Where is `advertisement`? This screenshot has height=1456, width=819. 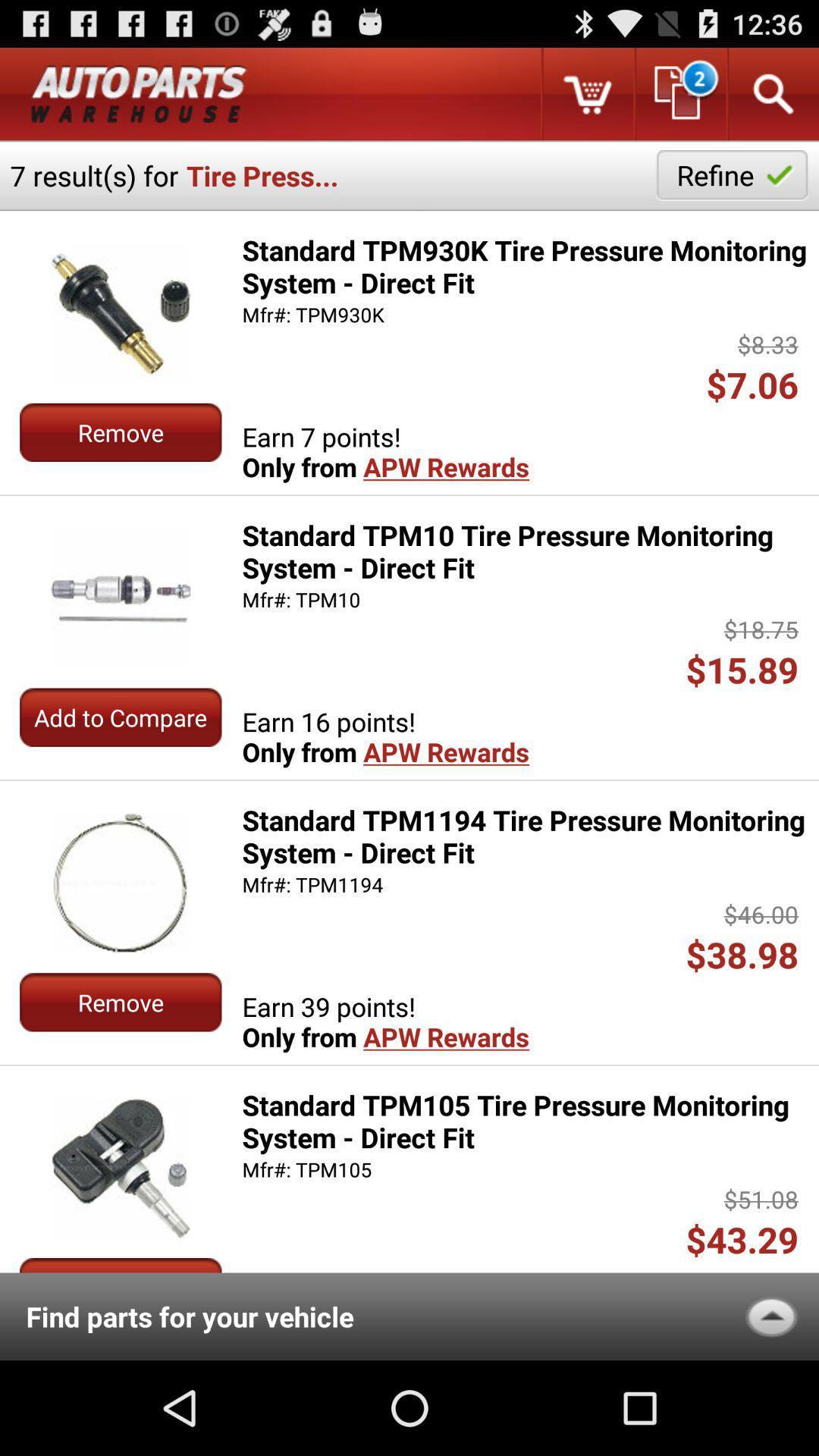
advertisement is located at coordinates (139, 93).